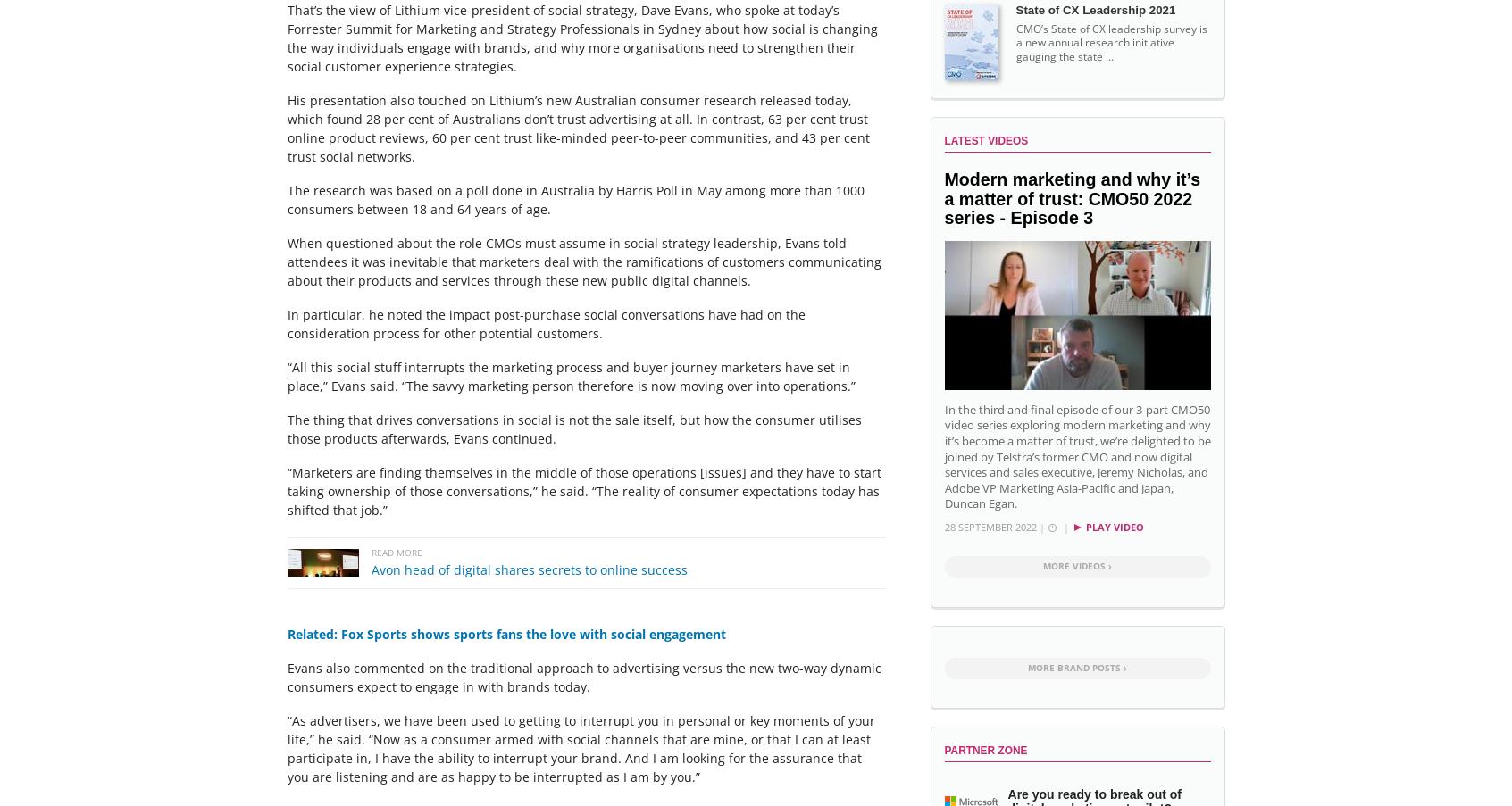 The width and height of the screenshot is (1512, 806). What do you see at coordinates (1075, 456) in the screenshot?
I see `'In the third and final episode of our 3-part CMO50 video series exploring modern marketing and why it’s become a matter of trust, we’re delighted to be joined by Telstra’s former CMO and now digital services and sales executive, Jeremy Nicholas, and Adobe VP Marketing Asia-Pacific and Japan, Duncan Egan.'` at bounding box center [1075, 456].